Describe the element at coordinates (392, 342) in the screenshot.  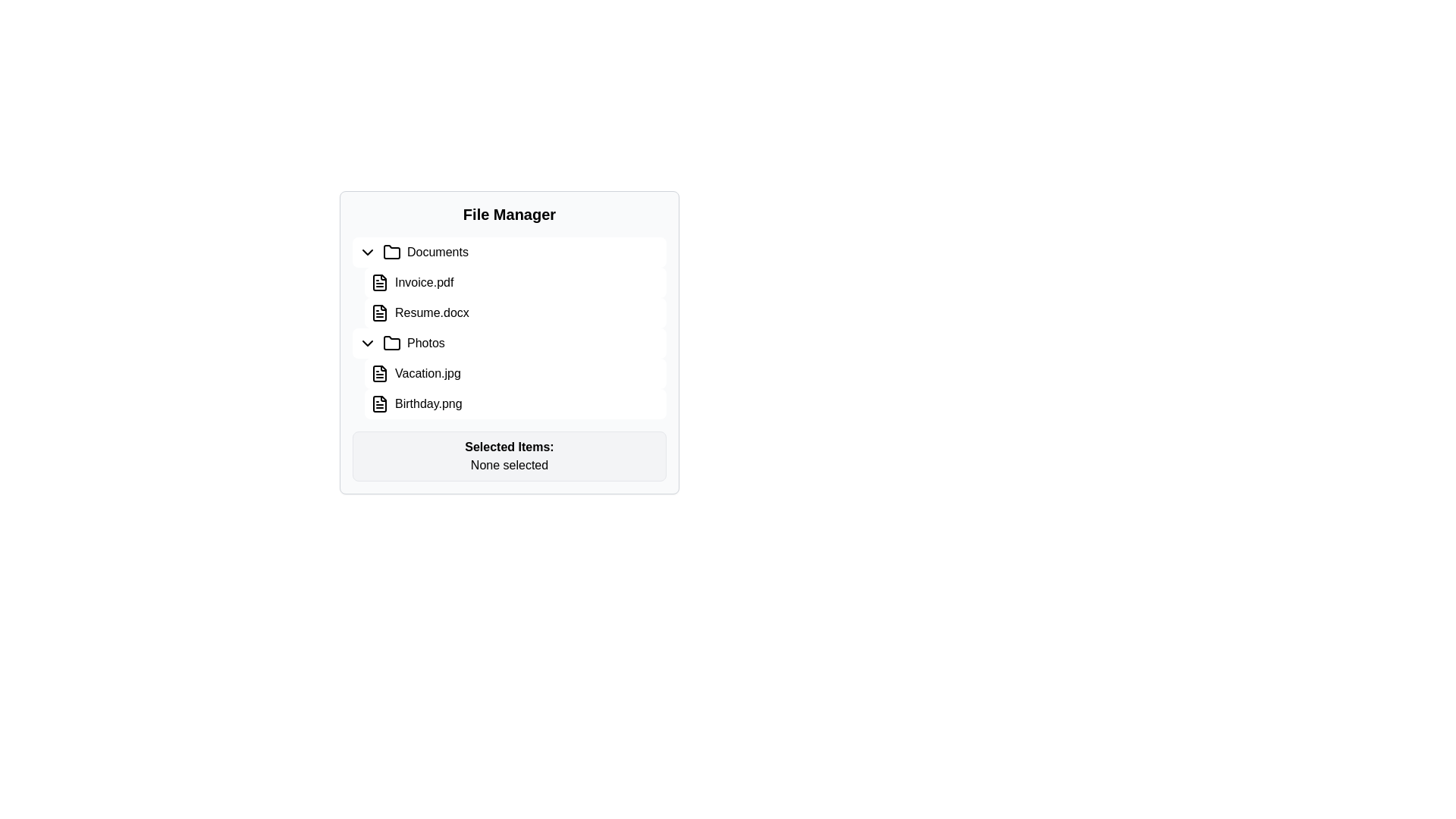
I see `the 'Photos' folder icon in the file manager, which is located to the left of the text label 'Photos'` at that location.